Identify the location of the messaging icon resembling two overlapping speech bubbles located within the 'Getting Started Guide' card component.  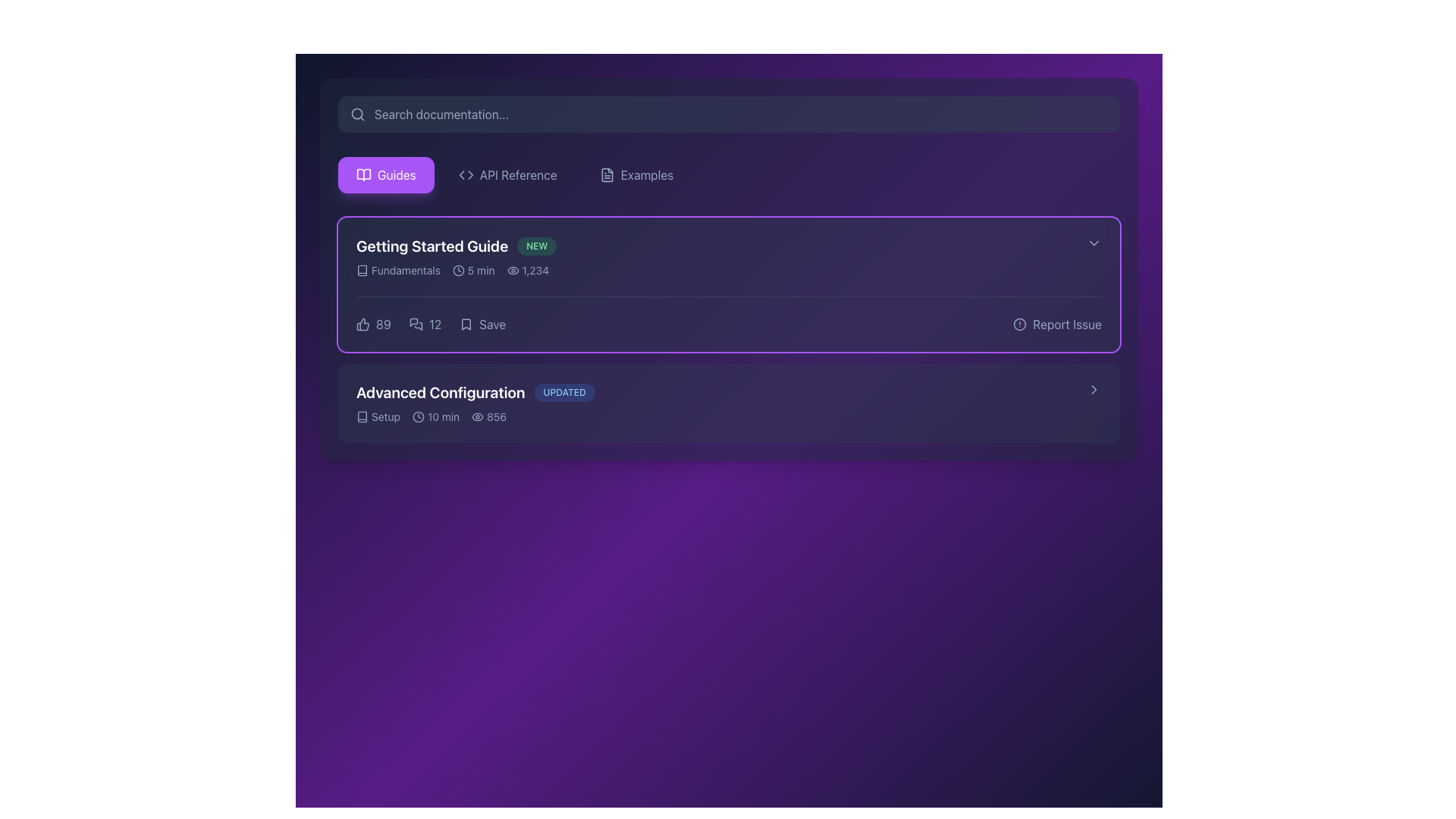
(416, 324).